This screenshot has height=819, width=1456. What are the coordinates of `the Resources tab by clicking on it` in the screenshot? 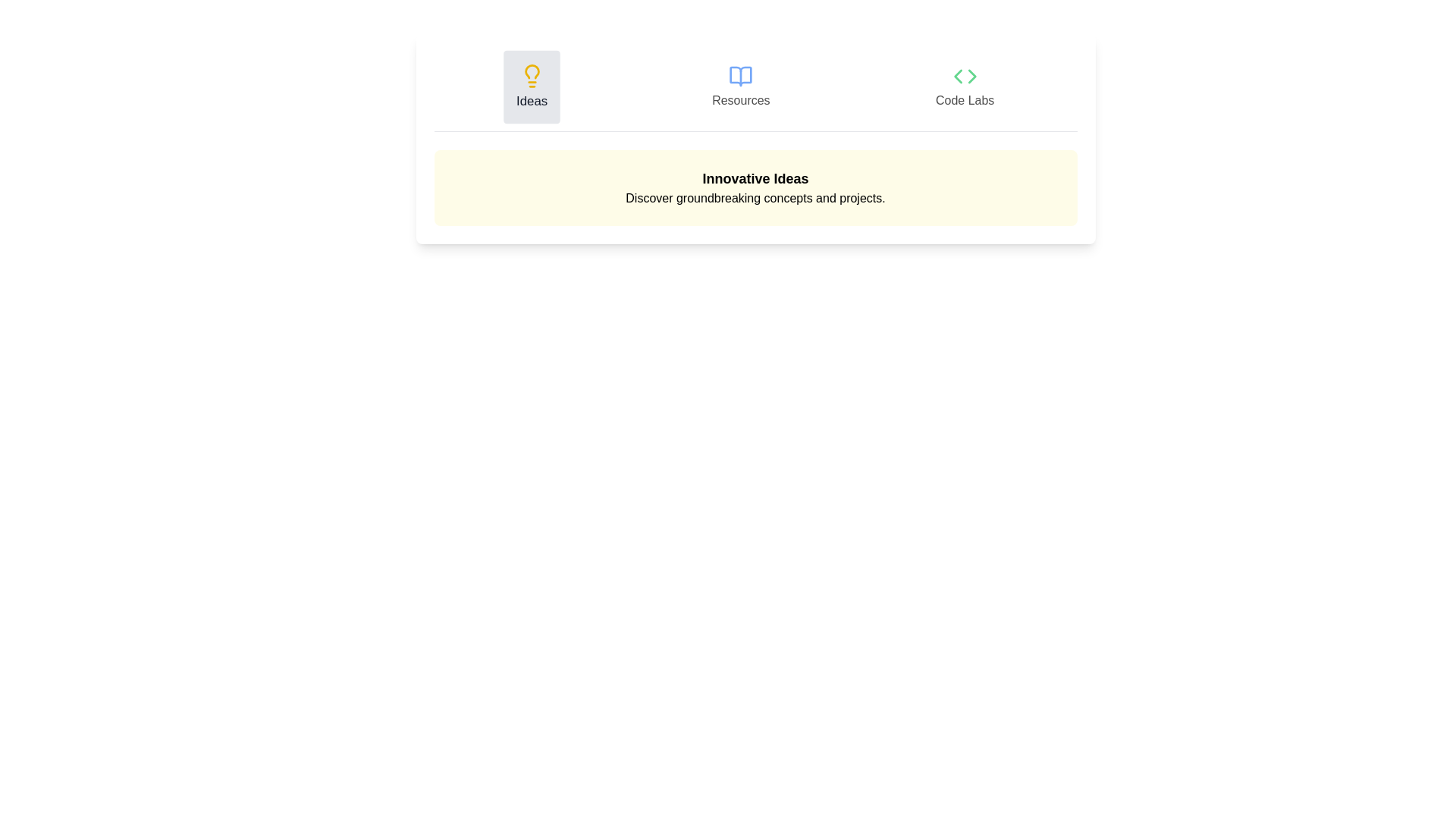 It's located at (741, 87).